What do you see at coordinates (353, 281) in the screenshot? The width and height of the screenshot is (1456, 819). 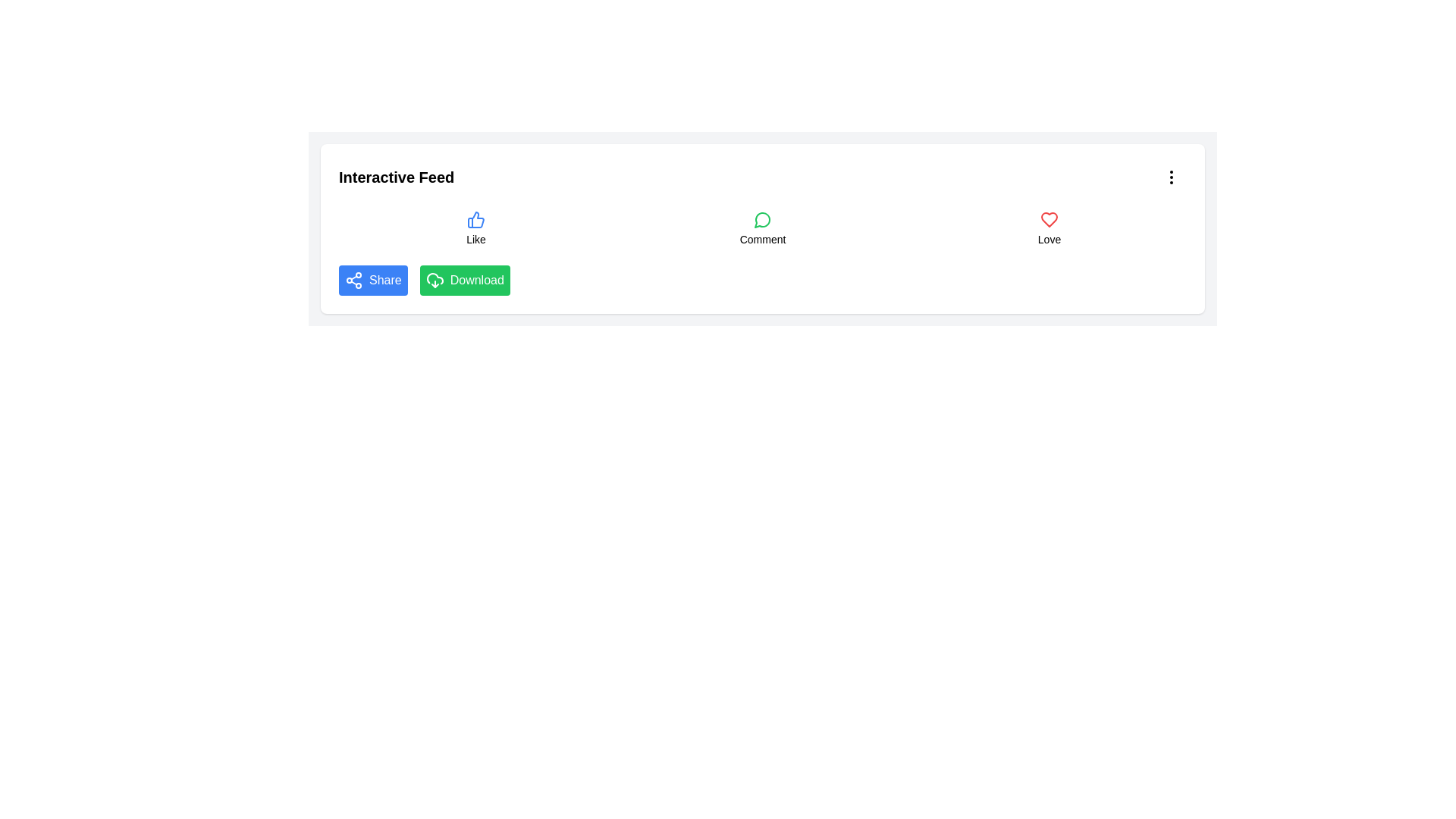 I see `the interconnected circles icon on the blue 'Share' button located at the bottom left corner of the Interactive Feed` at bounding box center [353, 281].